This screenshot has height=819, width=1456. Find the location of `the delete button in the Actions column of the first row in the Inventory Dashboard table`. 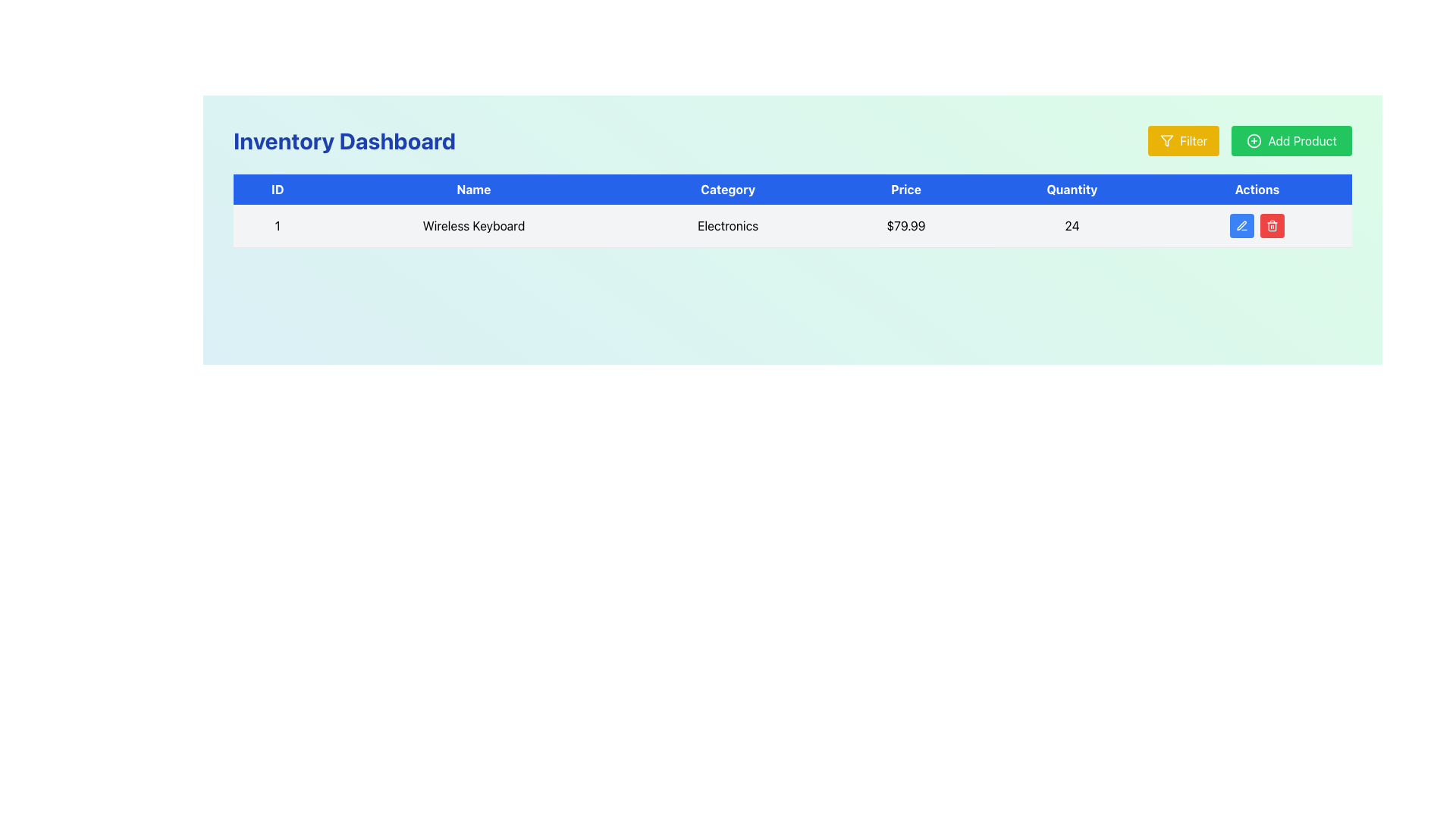

the delete button in the Actions column of the first row in the Inventory Dashboard table is located at coordinates (1257, 226).